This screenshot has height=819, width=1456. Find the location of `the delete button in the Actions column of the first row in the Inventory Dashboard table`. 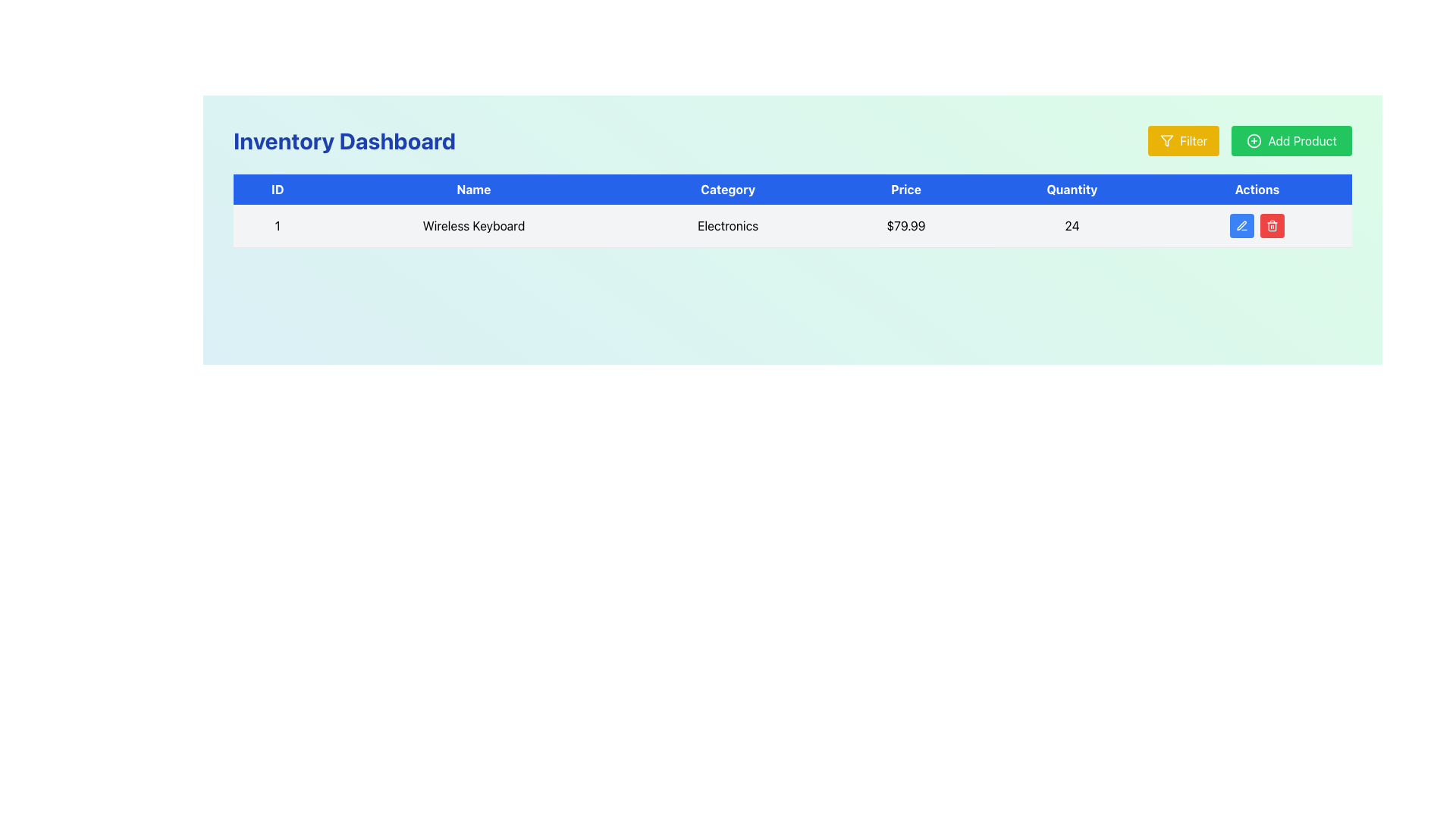

the delete button in the Actions column of the first row in the Inventory Dashboard table is located at coordinates (1257, 226).